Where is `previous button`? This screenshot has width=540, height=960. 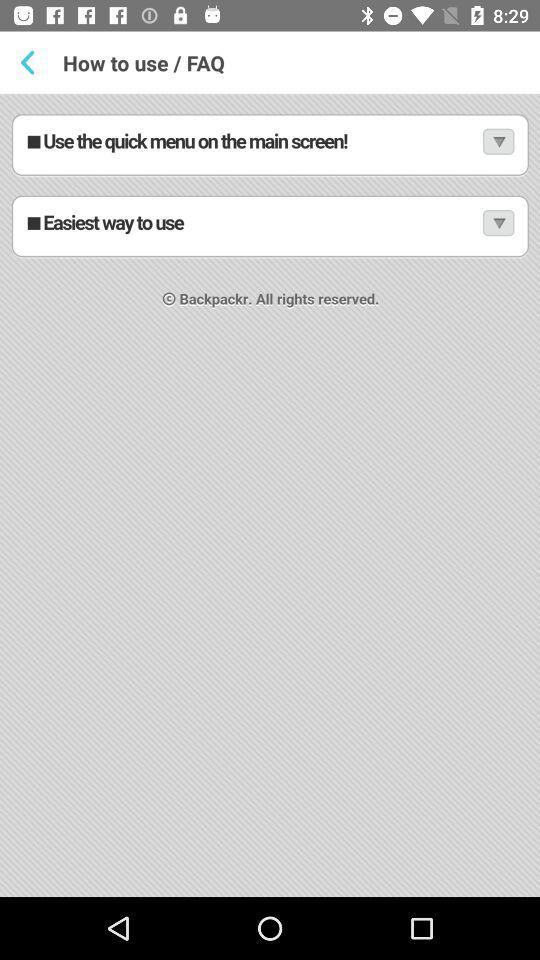
previous button is located at coordinates (30, 62).